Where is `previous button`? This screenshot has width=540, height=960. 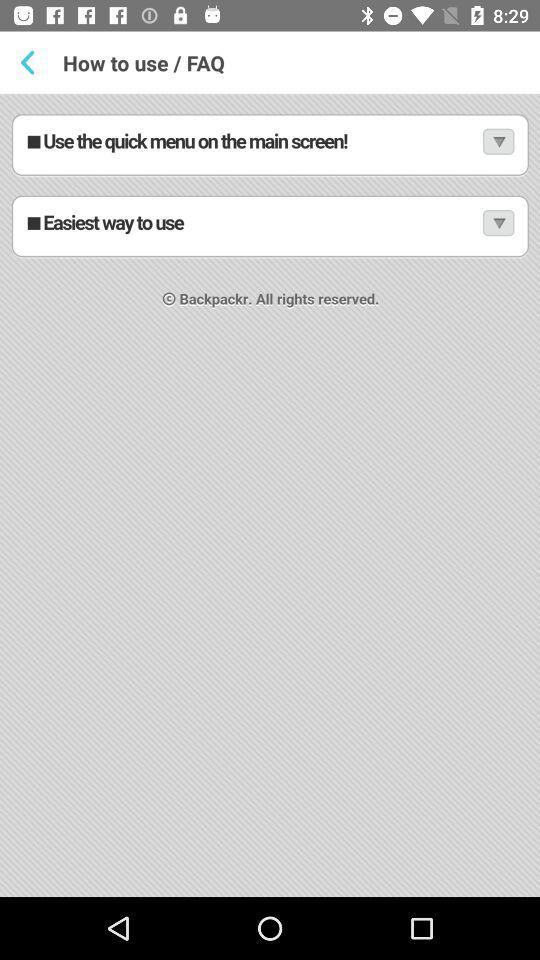
previous button is located at coordinates (30, 62).